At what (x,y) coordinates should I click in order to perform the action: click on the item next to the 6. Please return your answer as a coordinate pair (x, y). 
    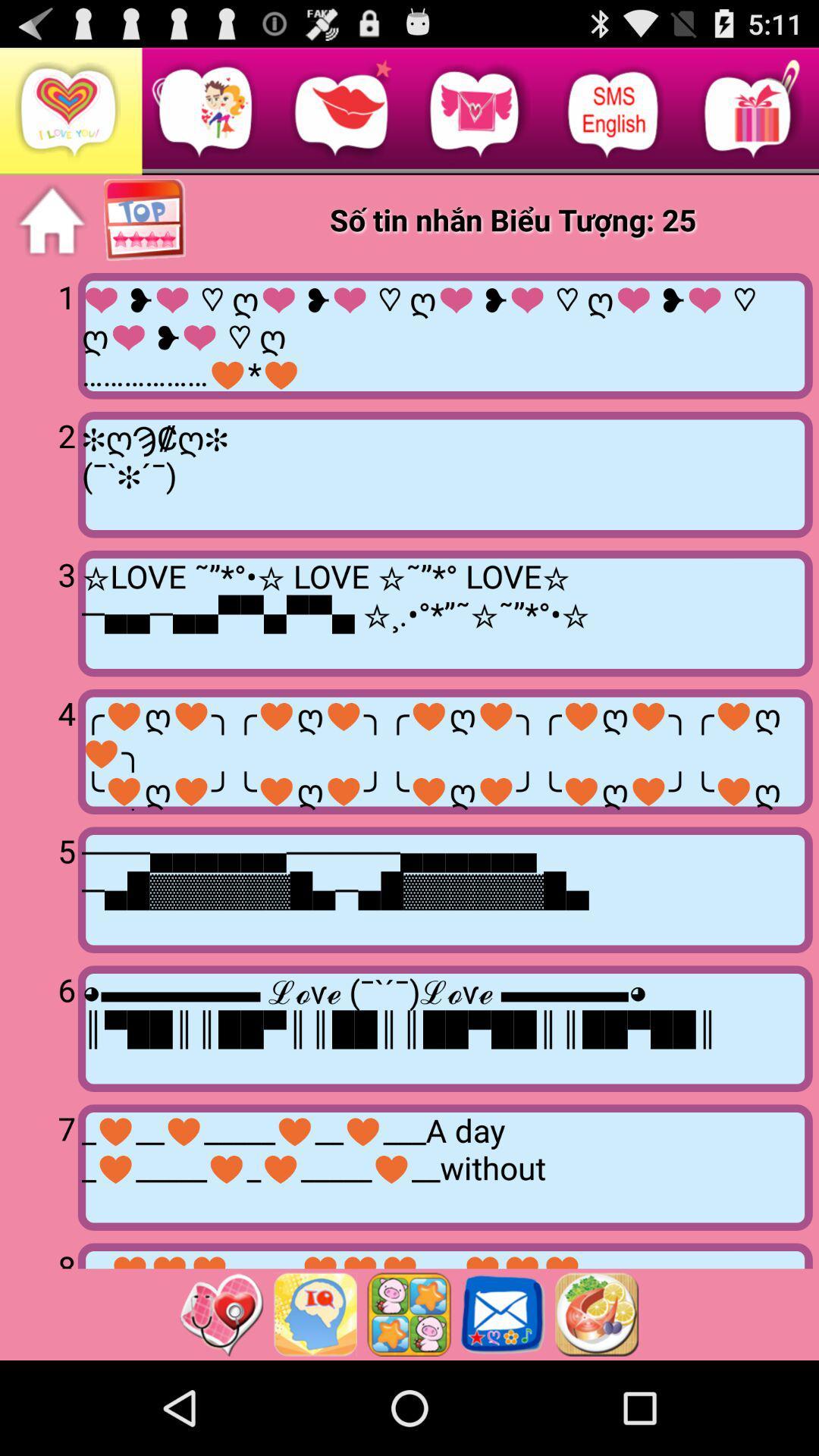
    Looking at the image, I should click on (444, 1028).